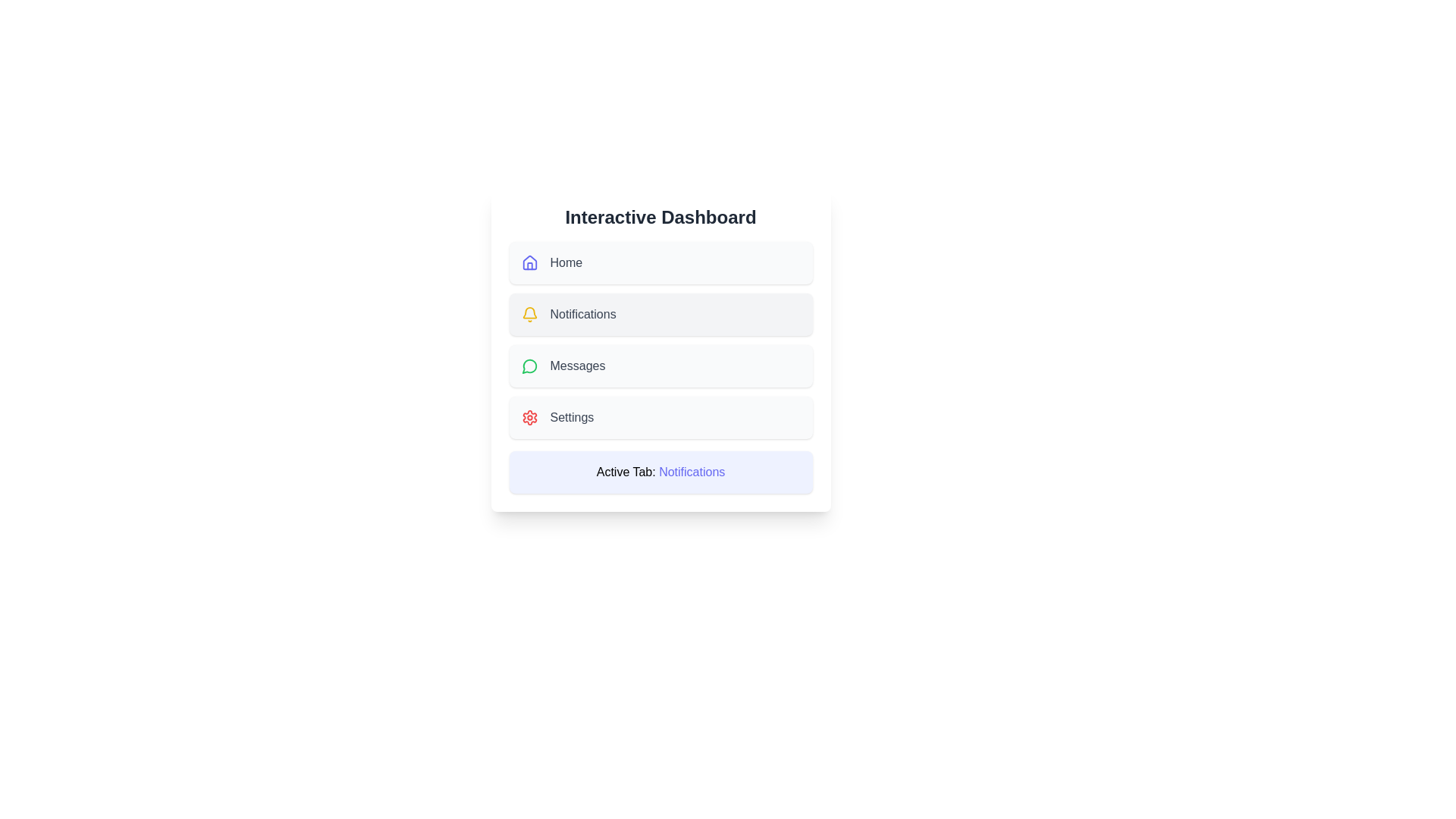  What do you see at coordinates (529, 418) in the screenshot?
I see `the menu item icon corresponding to Settings` at bounding box center [529, 418].